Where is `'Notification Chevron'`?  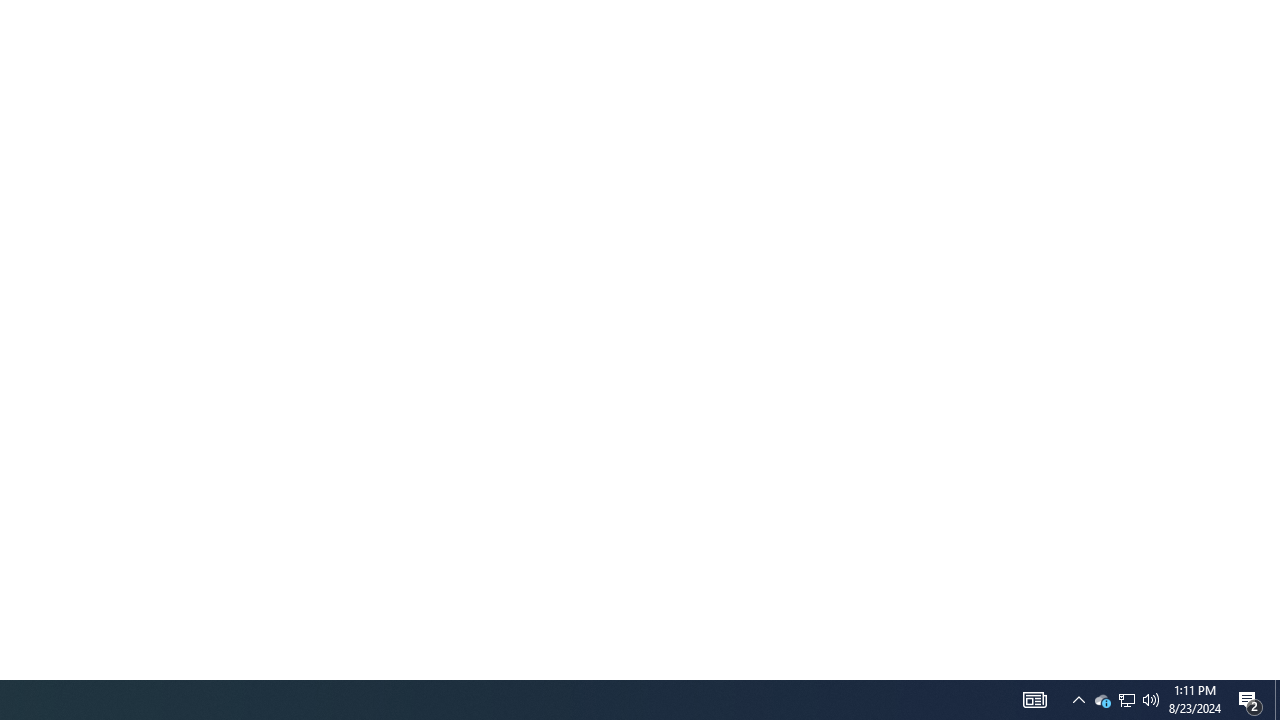 'Notification Chevron' is located at coordinates (1034, 698).